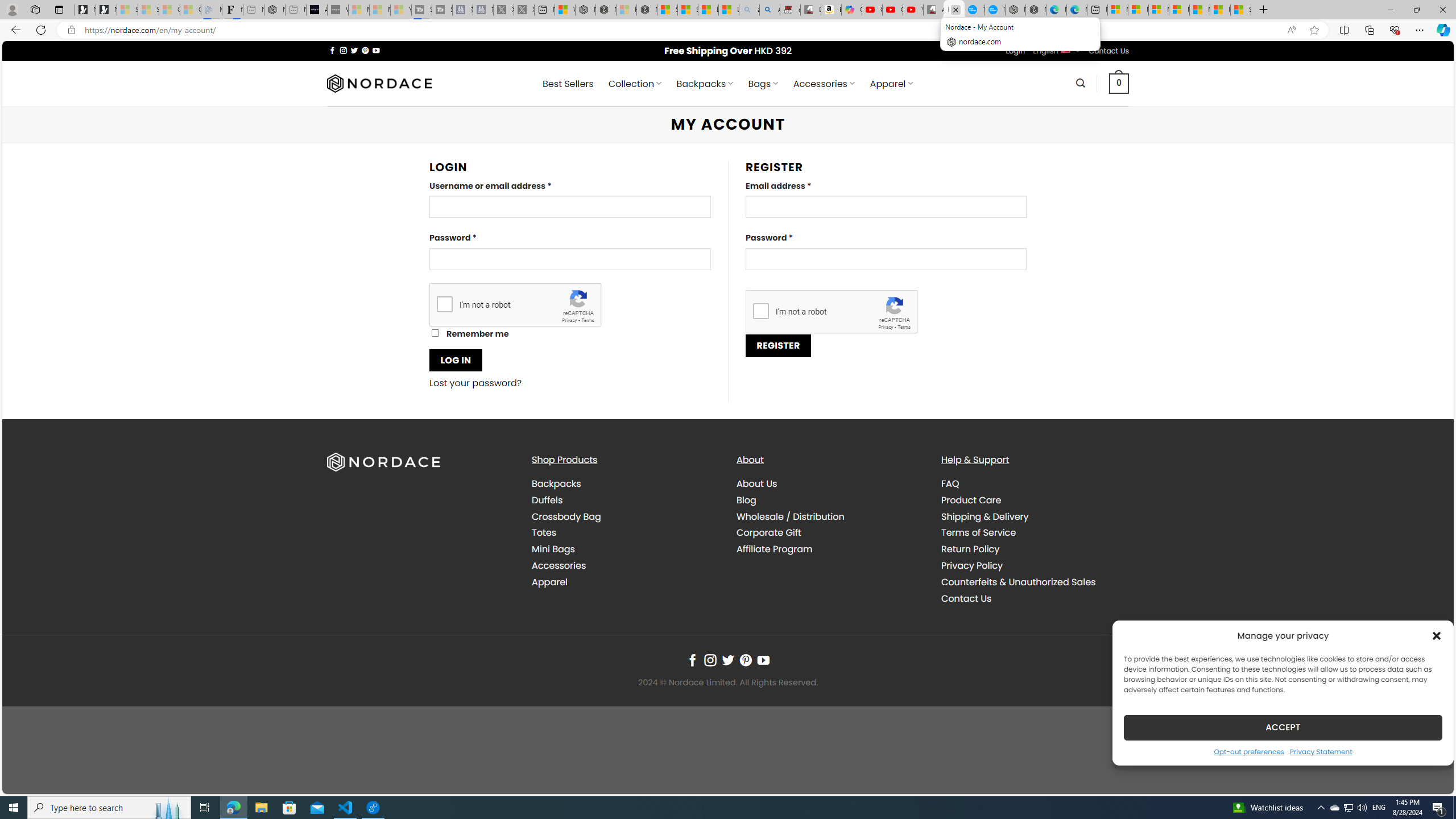 The image size is (1456, 819). I want to click on 'Gloom - YouTube', so click(892, 9).